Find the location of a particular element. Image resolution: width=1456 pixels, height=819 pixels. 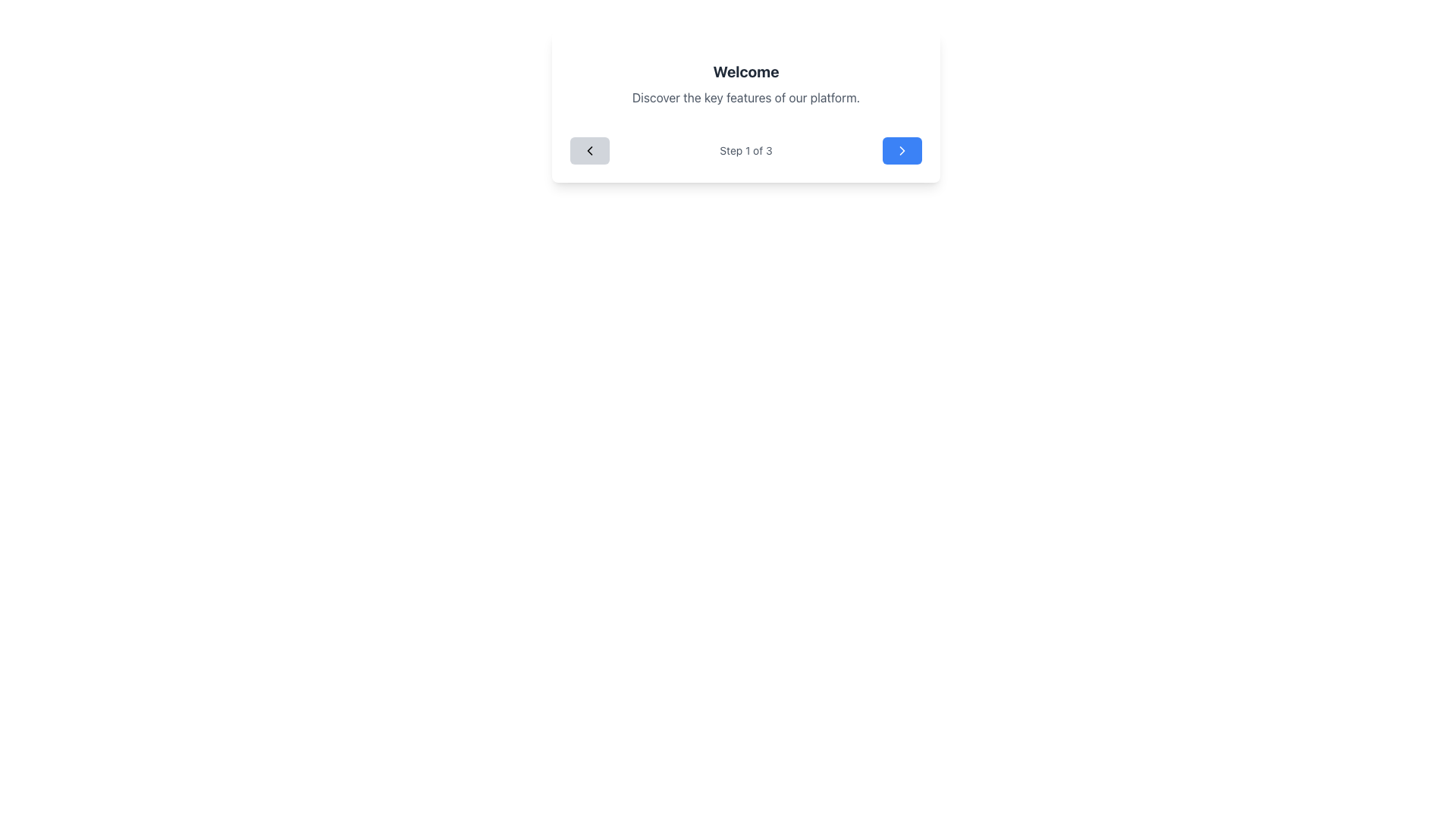

the triangular-shaped chevron icon located in the rightmost button region of the UI card component is located at coordinates (902, 151).